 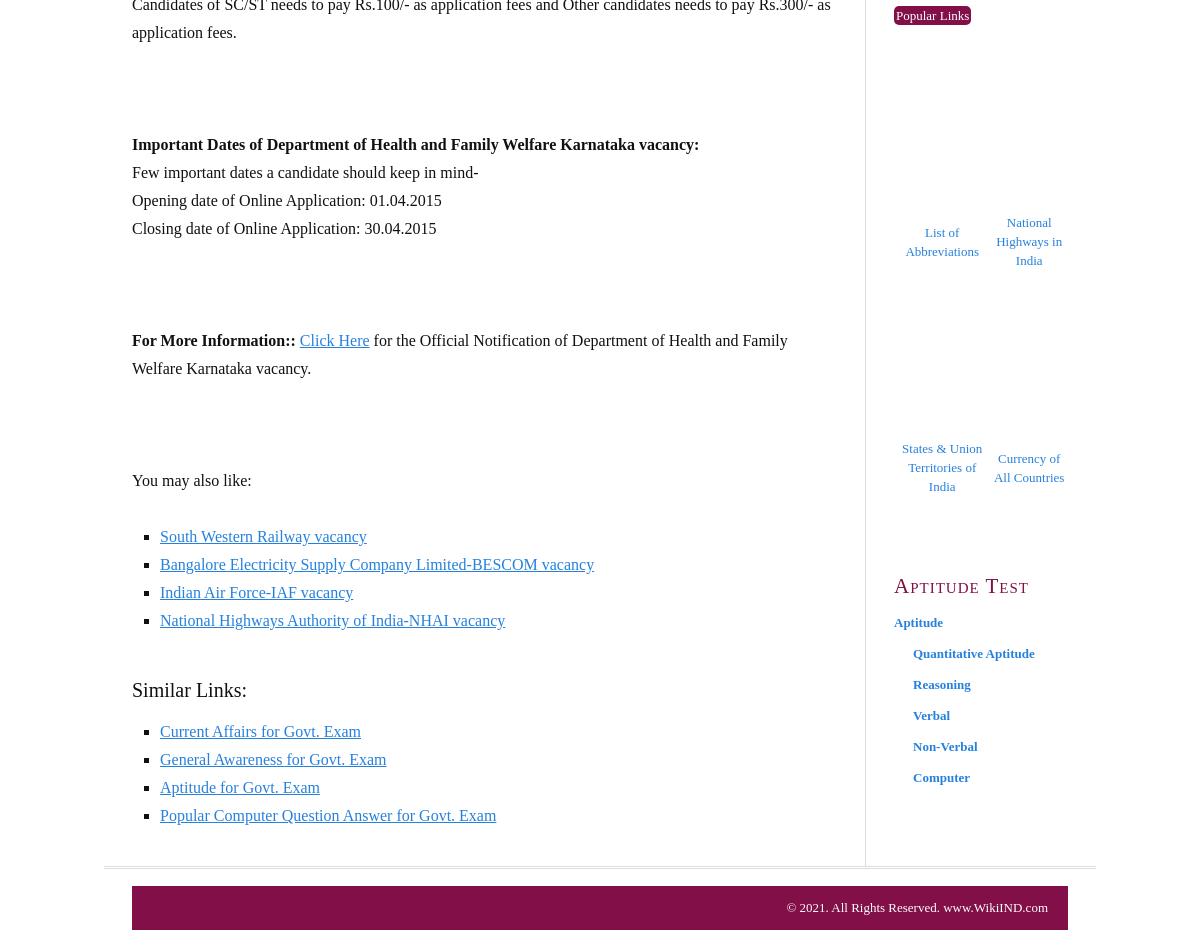 I want to click on 'Current Affairs for Govt. Exam', so click(x=259, y=731).